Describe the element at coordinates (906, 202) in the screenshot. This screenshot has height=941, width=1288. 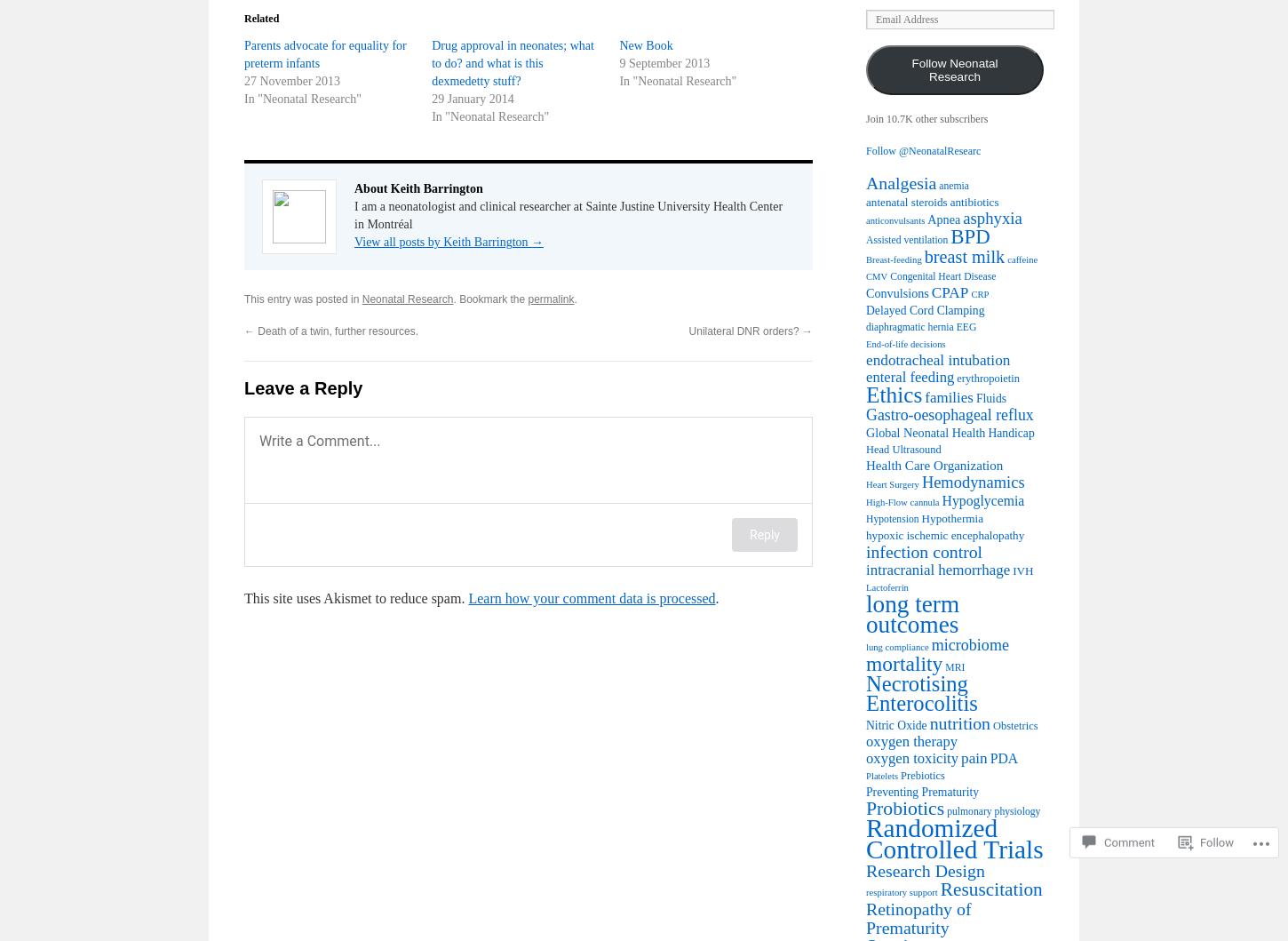
I see `'antenatal steroids'` at that location.